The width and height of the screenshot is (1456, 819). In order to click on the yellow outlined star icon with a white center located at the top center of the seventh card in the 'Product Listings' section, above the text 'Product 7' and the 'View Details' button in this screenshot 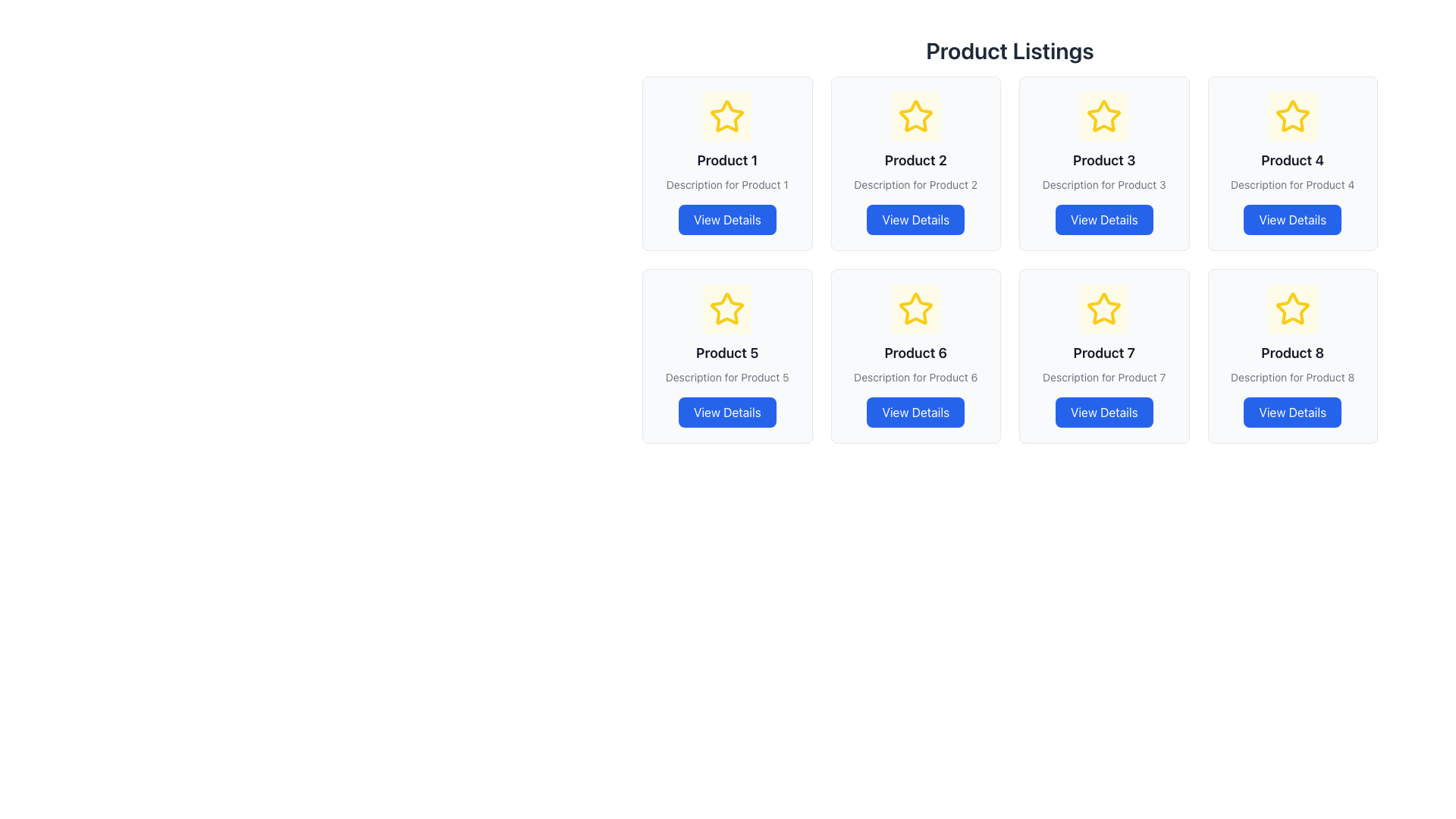, I will do `click(1104, 309)`.